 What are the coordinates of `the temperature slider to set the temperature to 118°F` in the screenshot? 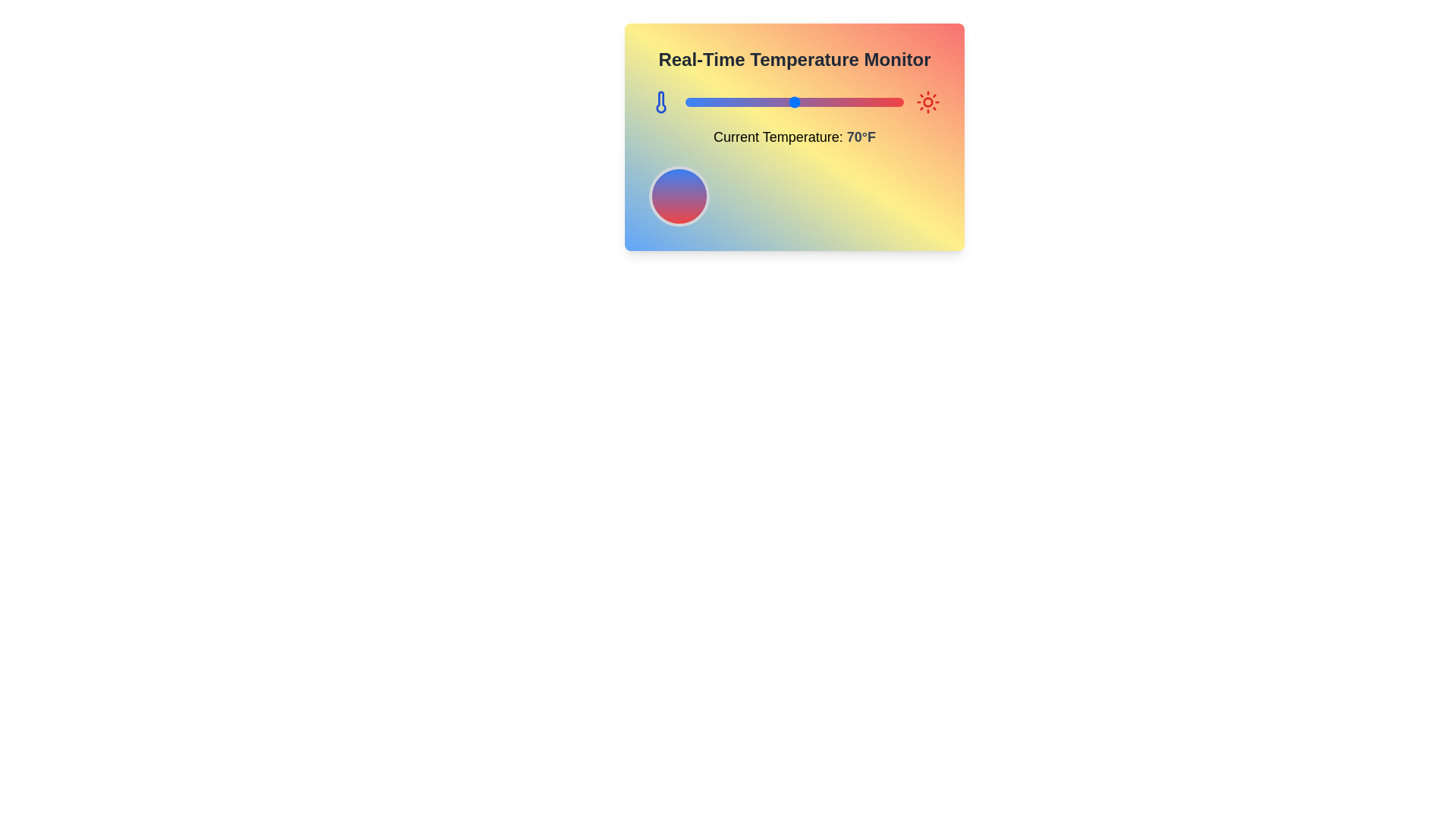 It's located at (899, 102).